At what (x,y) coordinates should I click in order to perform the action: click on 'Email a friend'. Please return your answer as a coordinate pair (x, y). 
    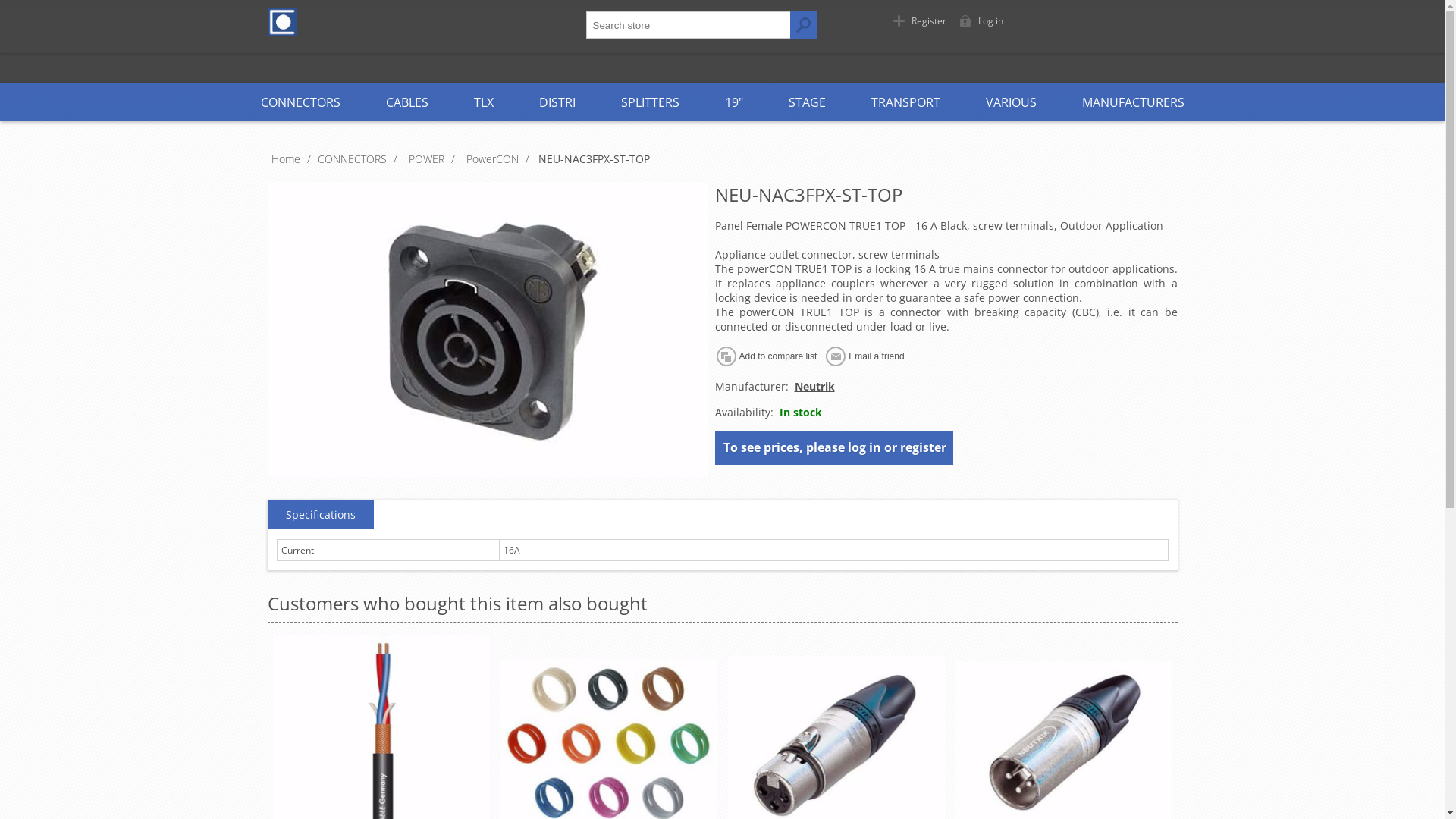
    Looking at the image, I should click on (823, 356).